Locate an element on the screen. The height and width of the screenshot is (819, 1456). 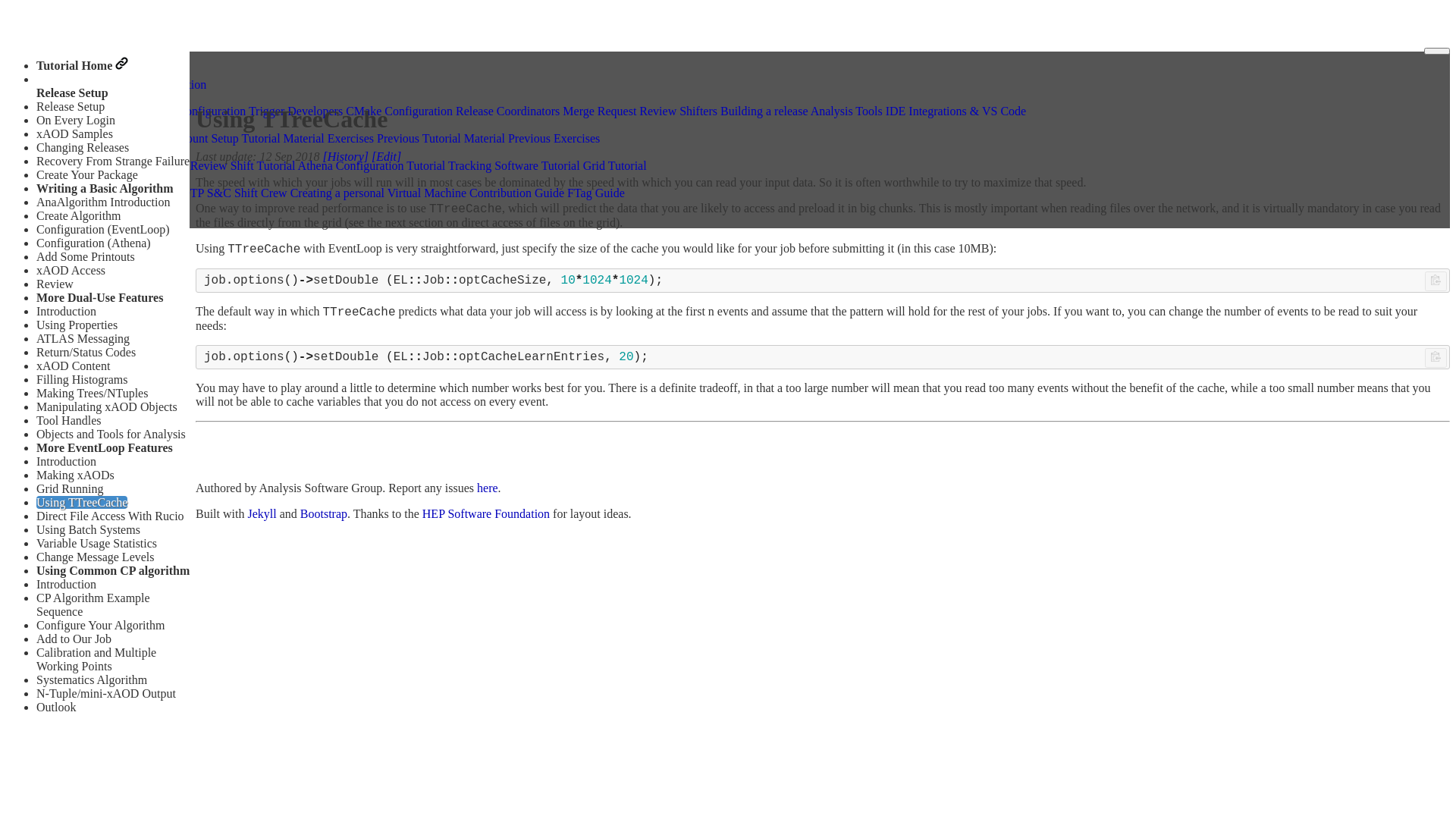
'FTag Guide' is located at coordinates (566, 192).